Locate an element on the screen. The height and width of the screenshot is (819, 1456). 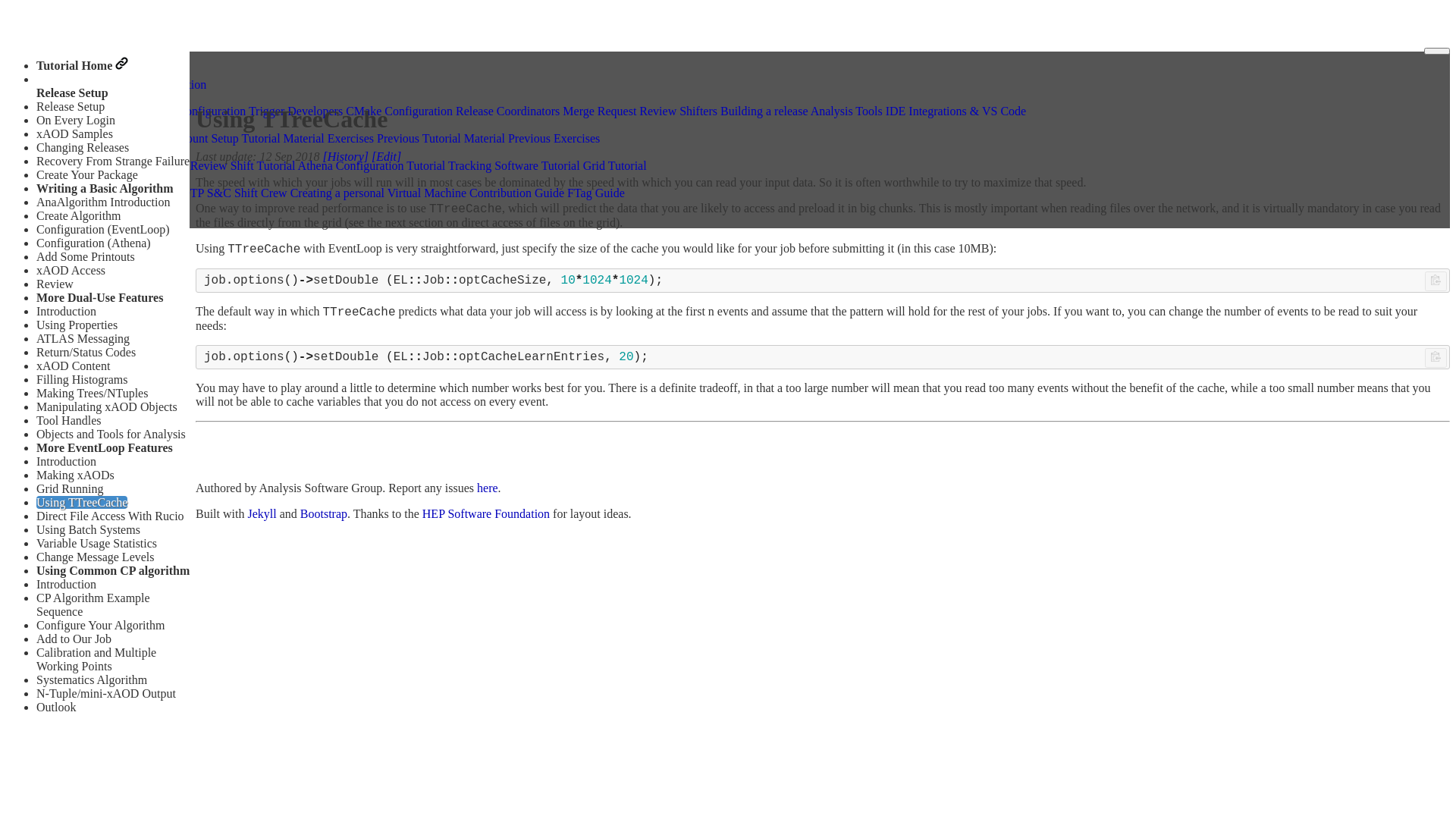
'FTag Guide' is located at coordinates (566, 192).